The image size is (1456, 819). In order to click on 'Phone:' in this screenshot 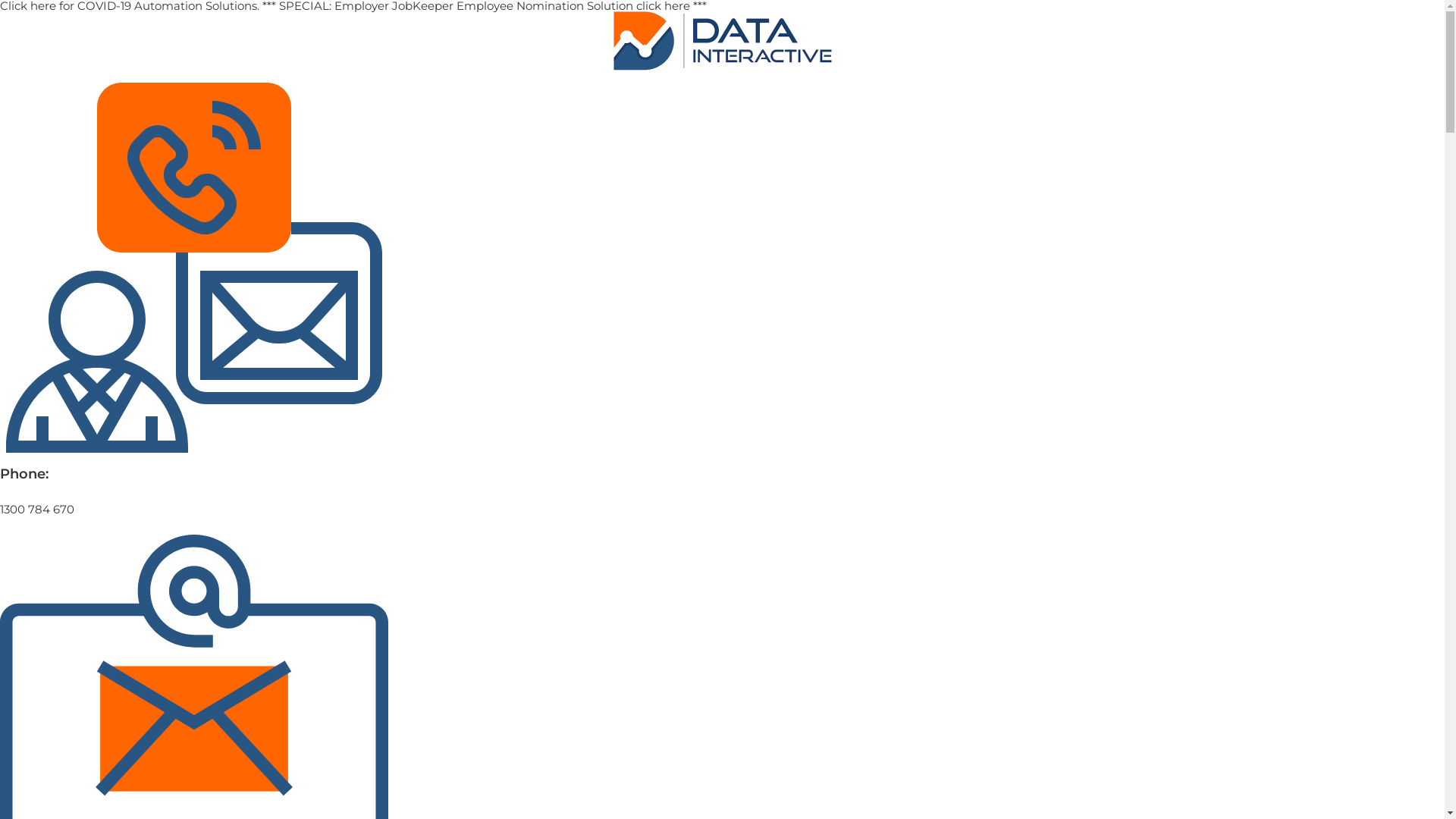, I will do `click(24, 472)`.